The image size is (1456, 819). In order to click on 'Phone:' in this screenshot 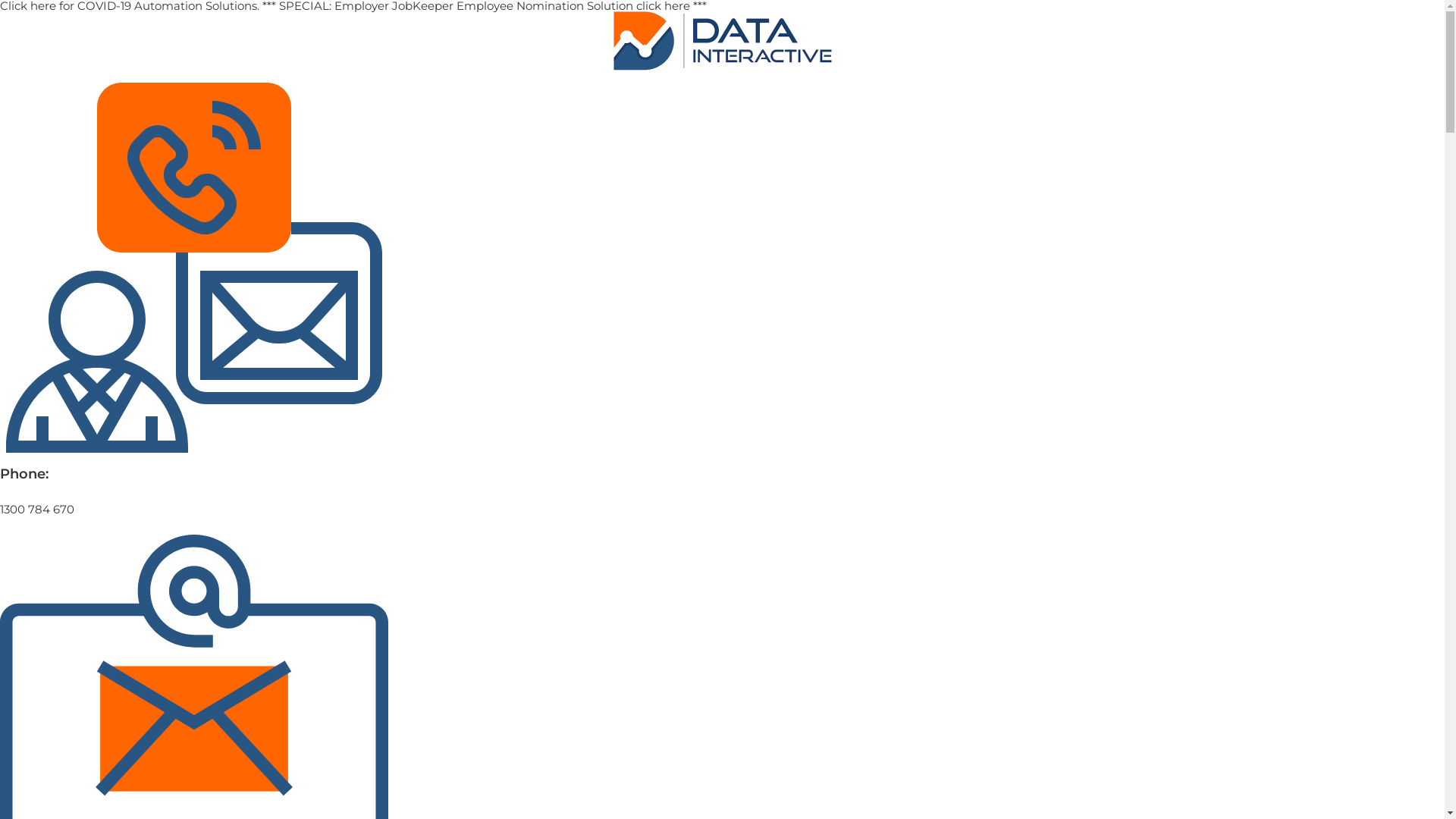, I will do `click(24, 472)`.